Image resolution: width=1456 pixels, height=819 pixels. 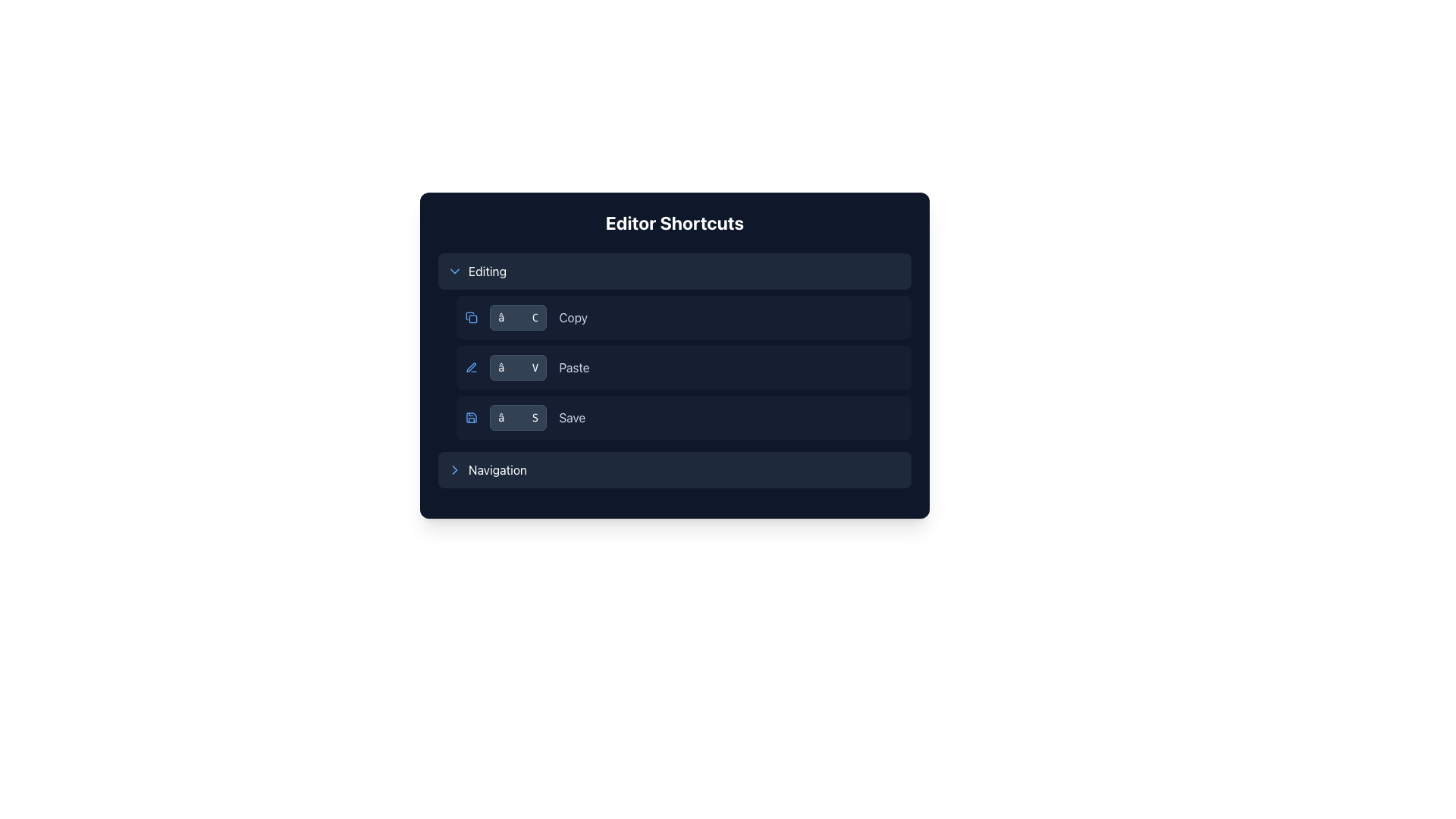 What do you see at coordinates (518, 317) in the screenshot?
I see `and interpret the keyboard shortcut indicator displaying ⌘ + C for the 'Copy' operation, located in the 'Editing' section of the 'Editor Shortcuts' interface` at bounding box center [518, 317].